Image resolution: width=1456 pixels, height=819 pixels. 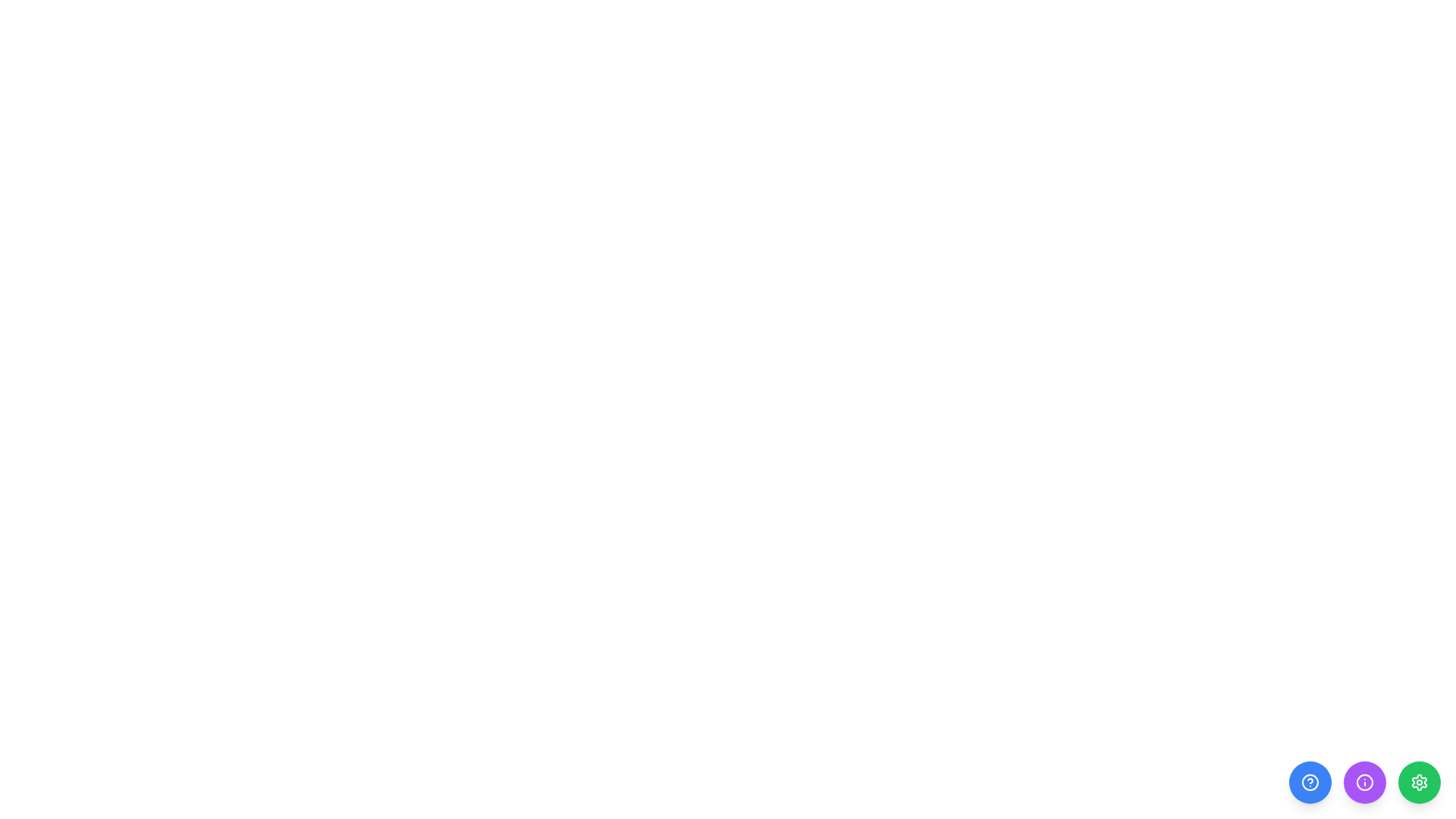 I want to click on the interactive information button located between the blue and green buttons in the bottom-right corner, so click(x=1365, y=783).